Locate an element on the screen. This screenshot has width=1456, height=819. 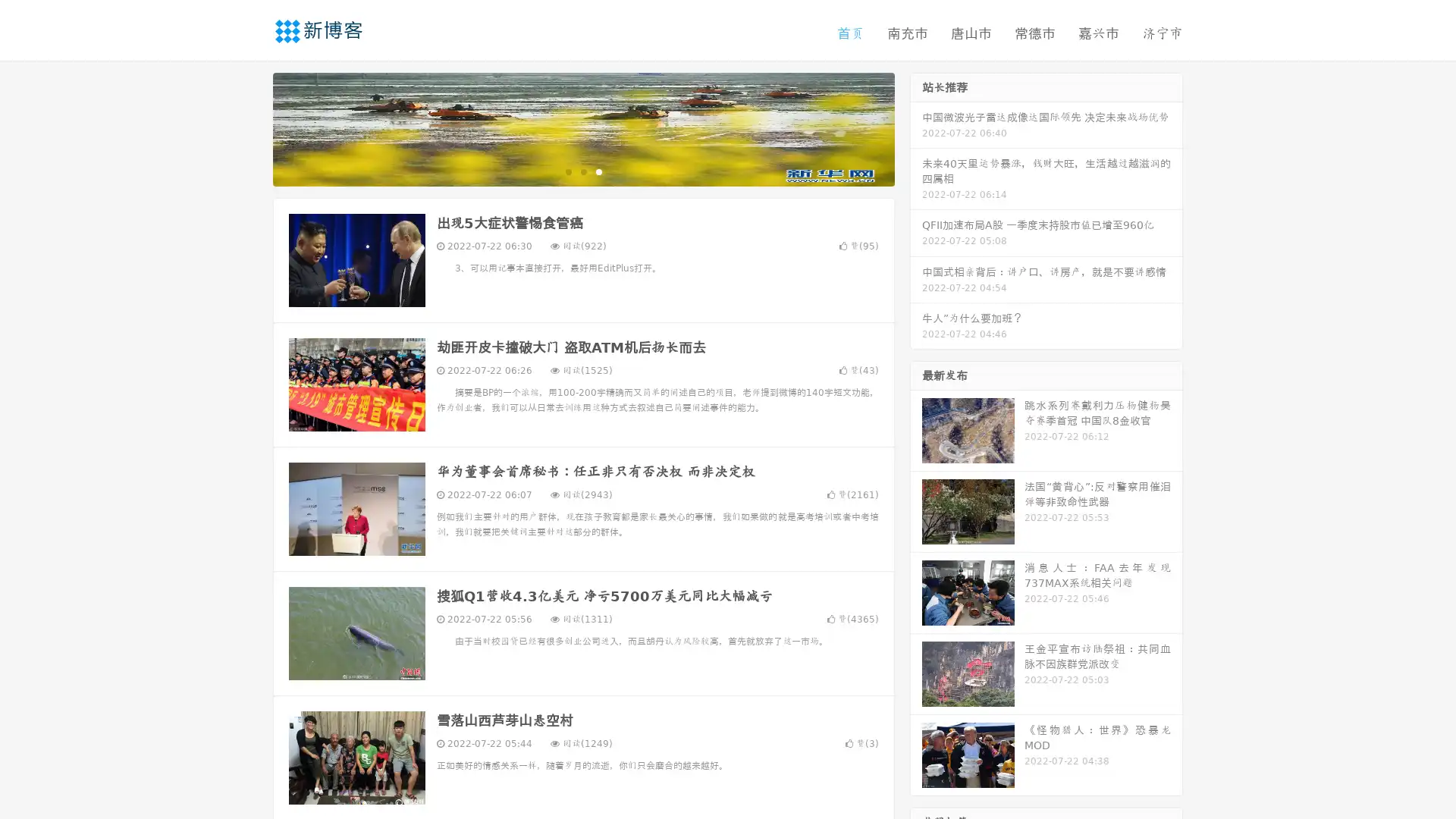
Go to slide 1 is located at coordinates (567, 171).